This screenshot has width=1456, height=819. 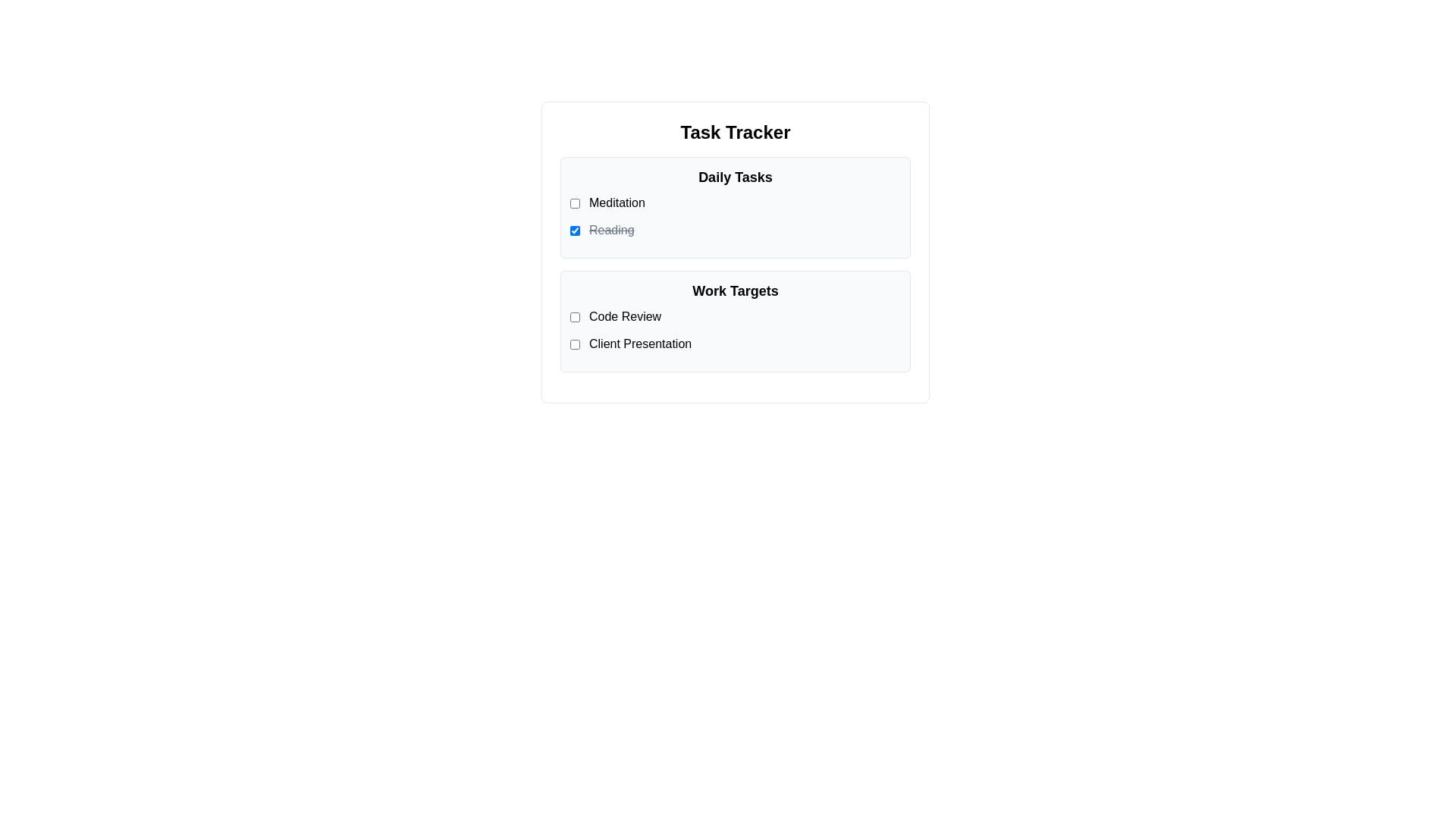 I want to click on the textual label displaying 'Code Review' that is located in the lower-right panel titled 'Work Targets', beneath the main header 'Task Tracker', so click(x=625, y=315).